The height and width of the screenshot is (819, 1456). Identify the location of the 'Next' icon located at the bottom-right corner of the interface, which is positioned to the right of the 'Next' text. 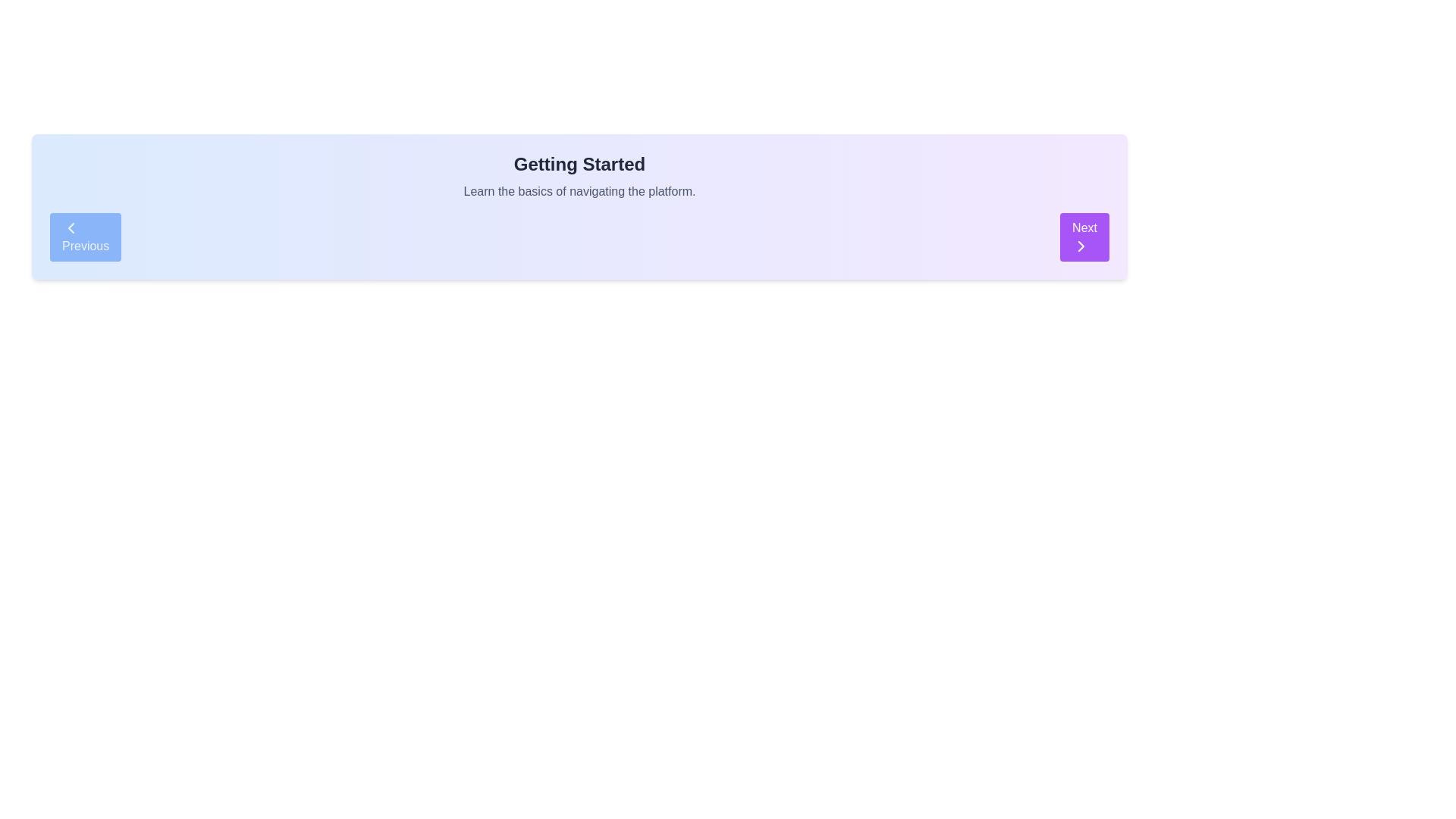
(1080, 245).